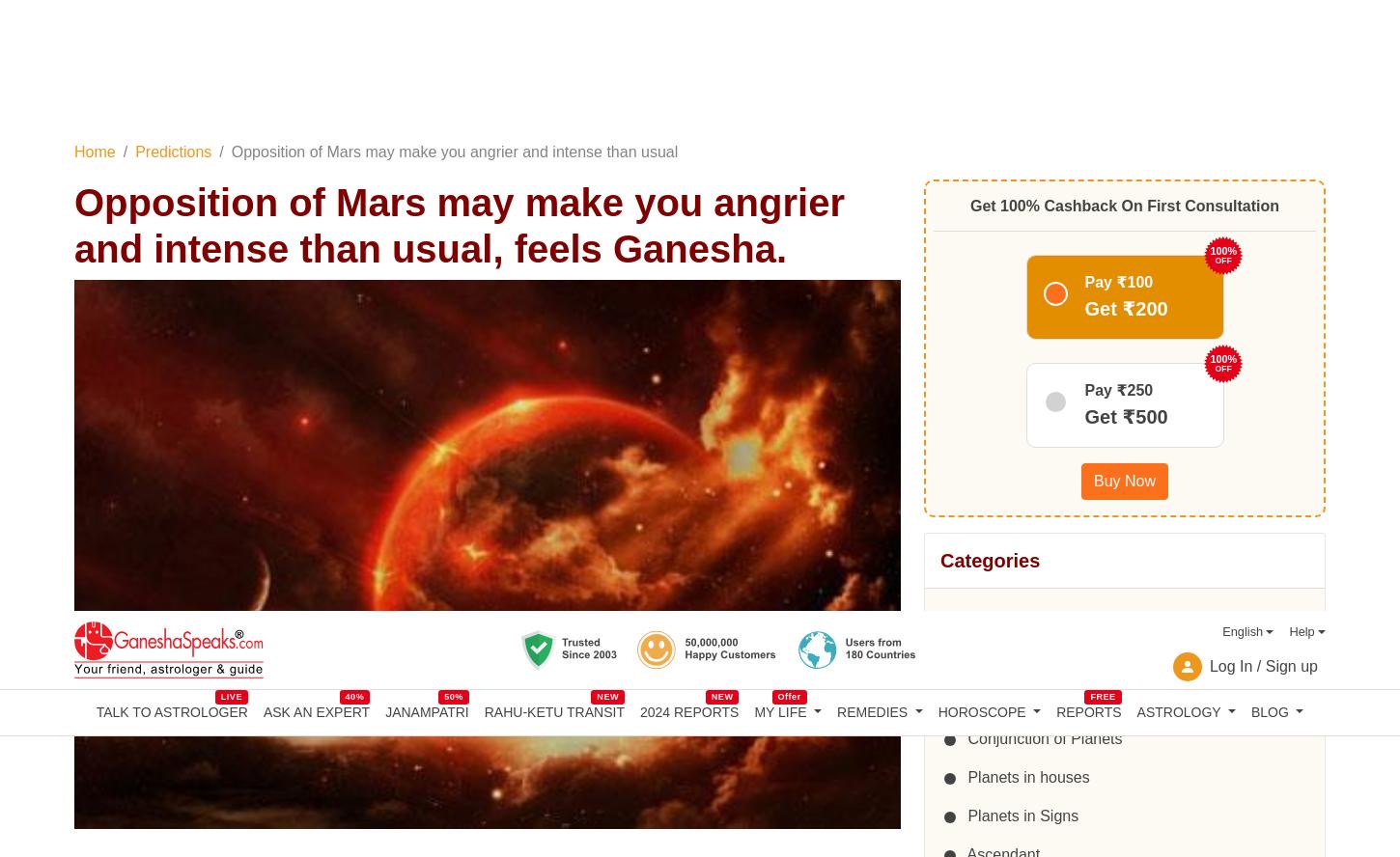  Describe the element at coordinates (1087, 98) in the screenshot. I see `'REPORTS'` at that location.